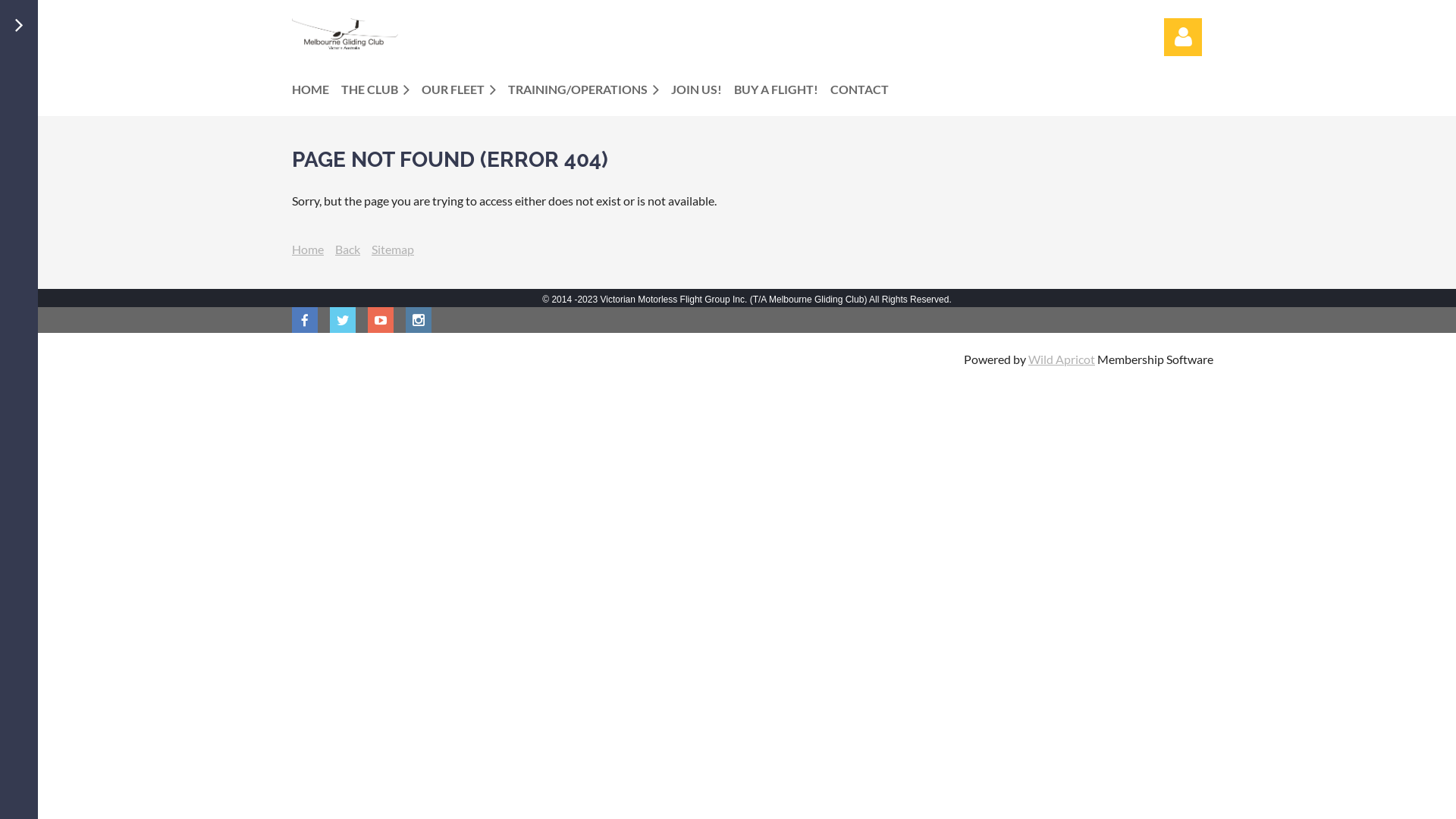 This screenshot has width=1456, height=819. Describe the element at coordinates (304, 318) in the screenshot. I see `'Facebook'` at that location.